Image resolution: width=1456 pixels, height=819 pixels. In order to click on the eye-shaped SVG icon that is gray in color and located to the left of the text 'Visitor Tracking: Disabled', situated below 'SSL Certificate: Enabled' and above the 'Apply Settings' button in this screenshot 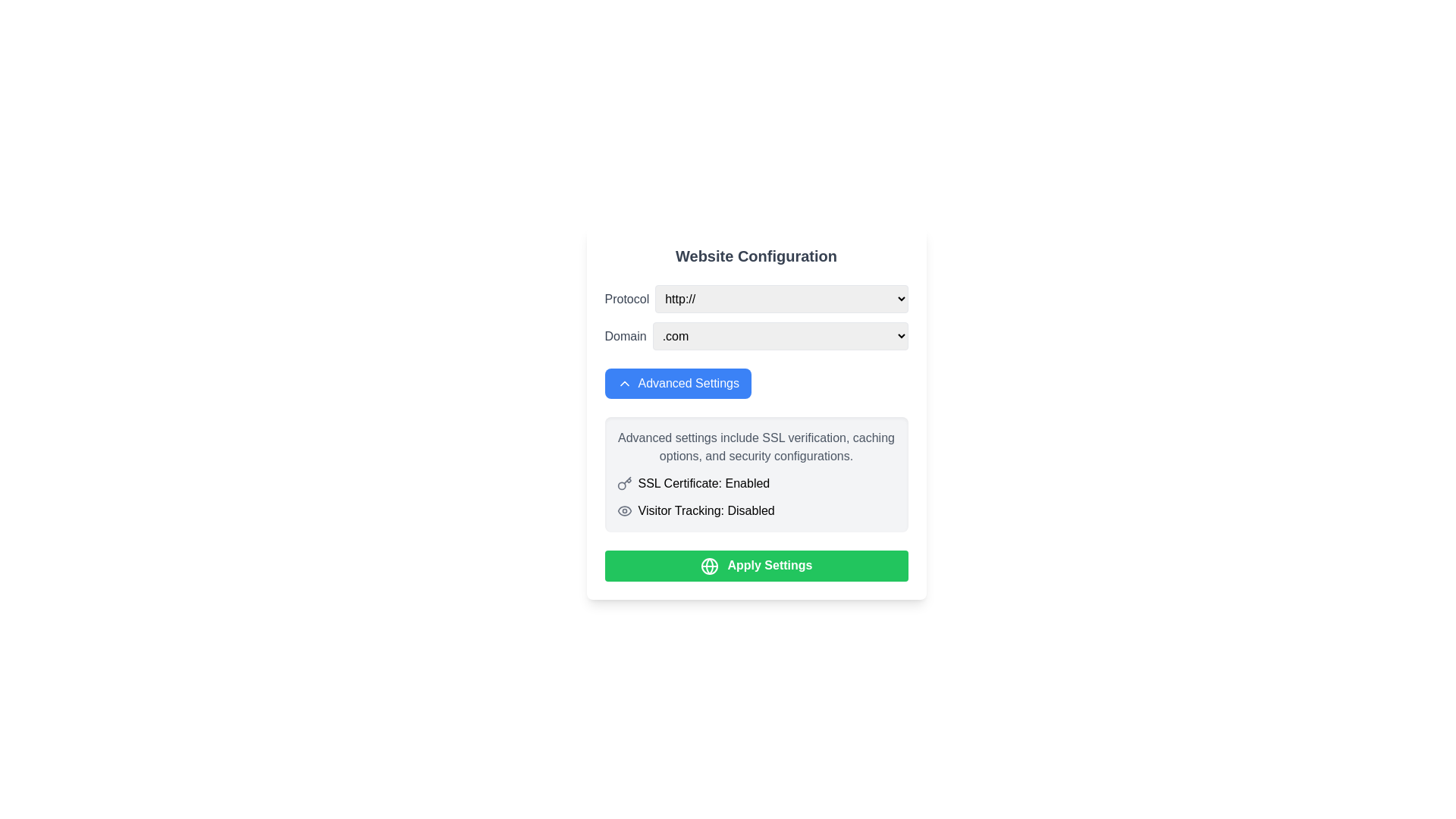, I will do `click(624, 511)`.